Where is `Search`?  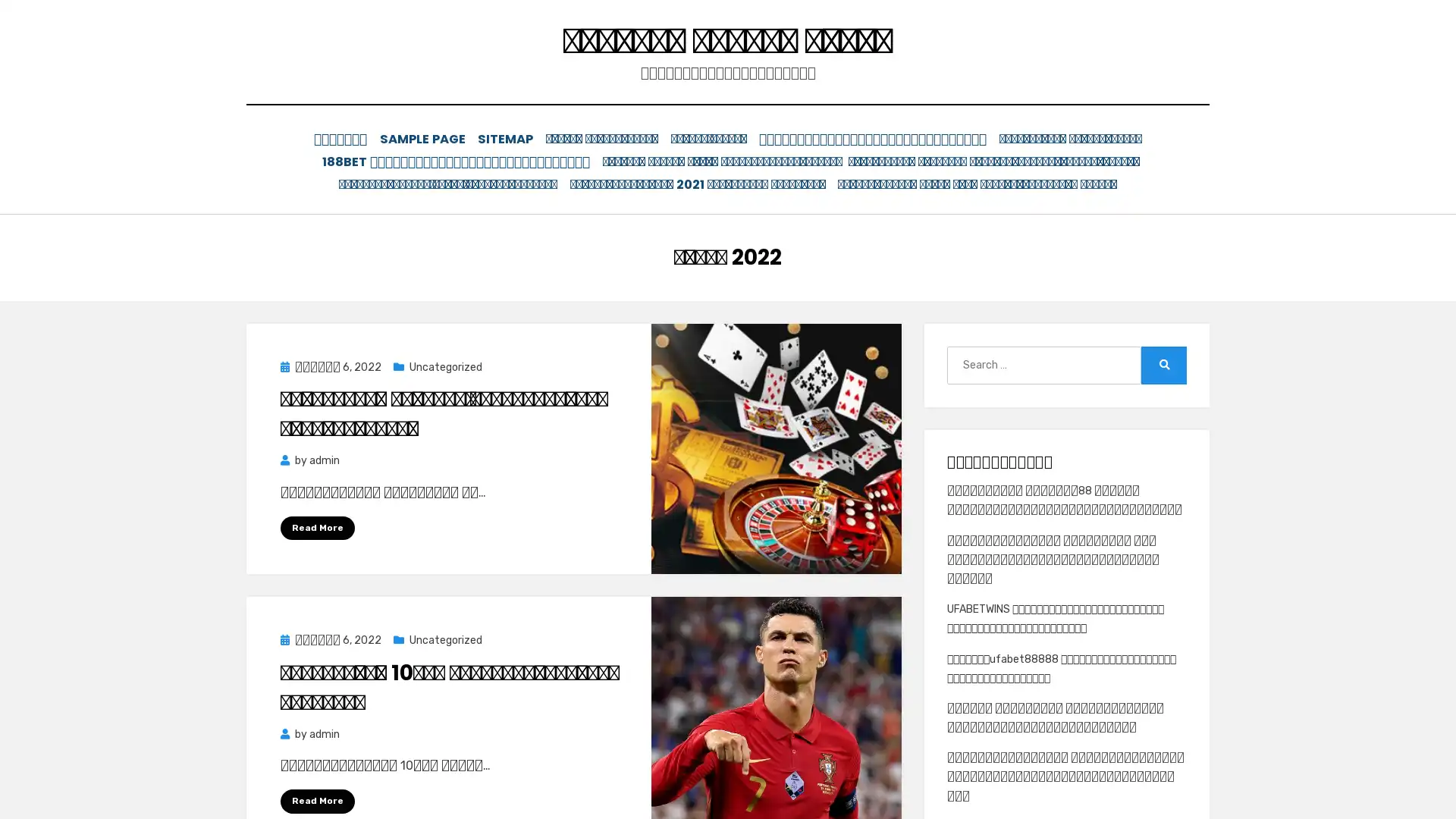
Search is located at coordinates (1163, 354).